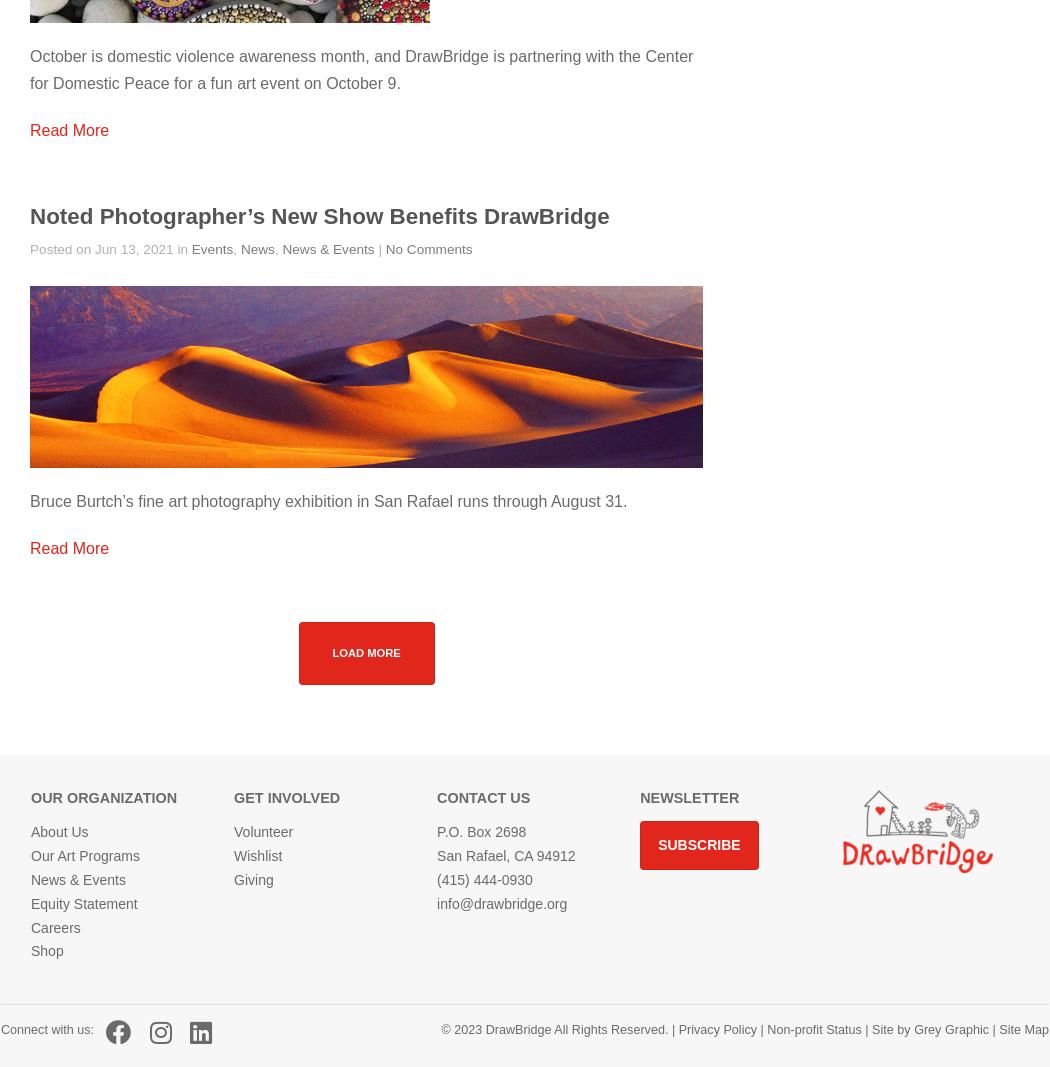 Image resolution: width=1050 pixels, height=1067 pixels. I want to click on 'October is domestic violence awareness month, and DrawBridge is partnering with the Center for Domestic Peace for a fun art event on October 9.', so click(360, 68).